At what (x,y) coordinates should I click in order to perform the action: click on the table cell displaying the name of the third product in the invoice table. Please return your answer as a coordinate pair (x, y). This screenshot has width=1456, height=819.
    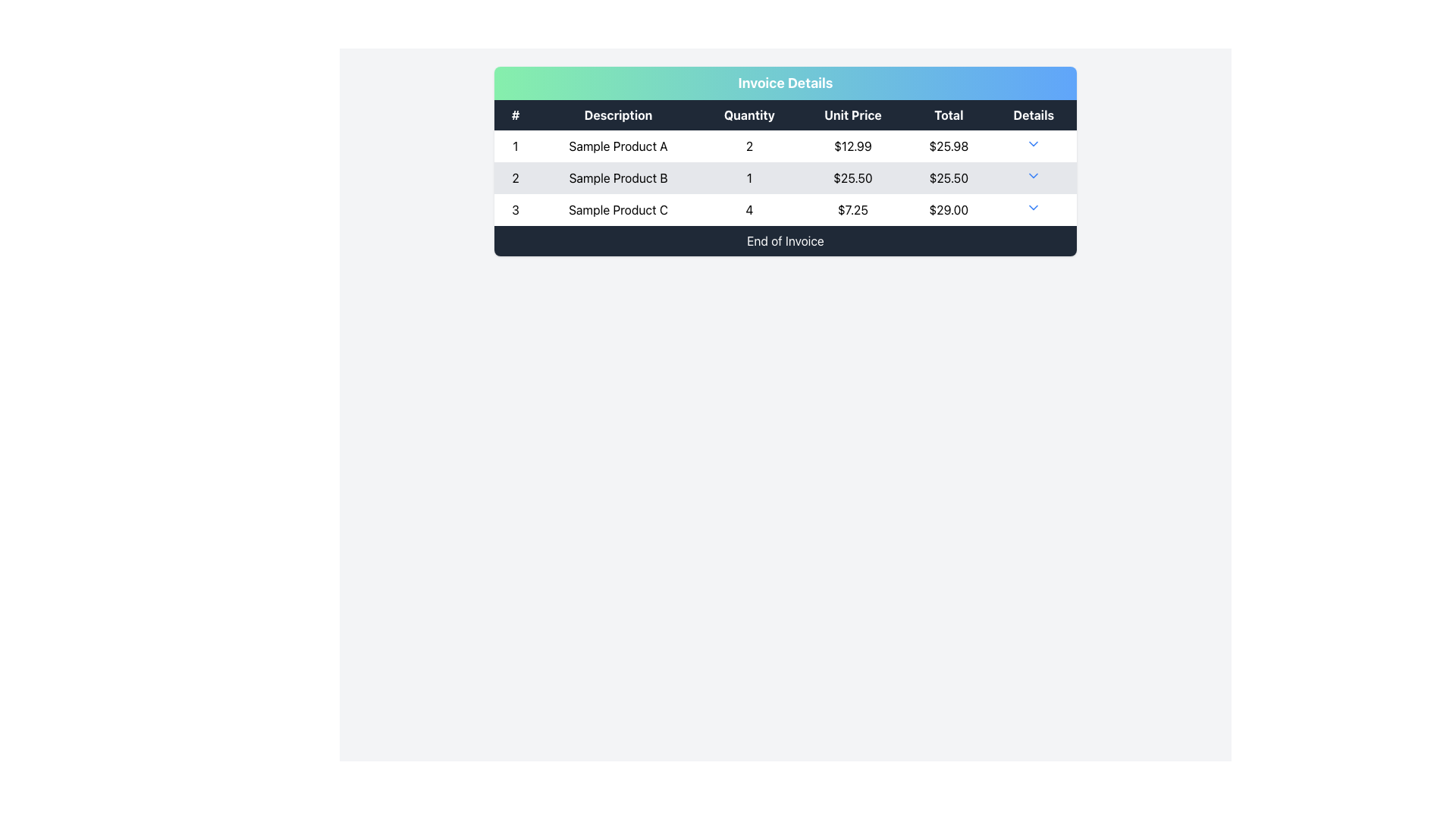
    Looking at the image, I should click on (618, 210).